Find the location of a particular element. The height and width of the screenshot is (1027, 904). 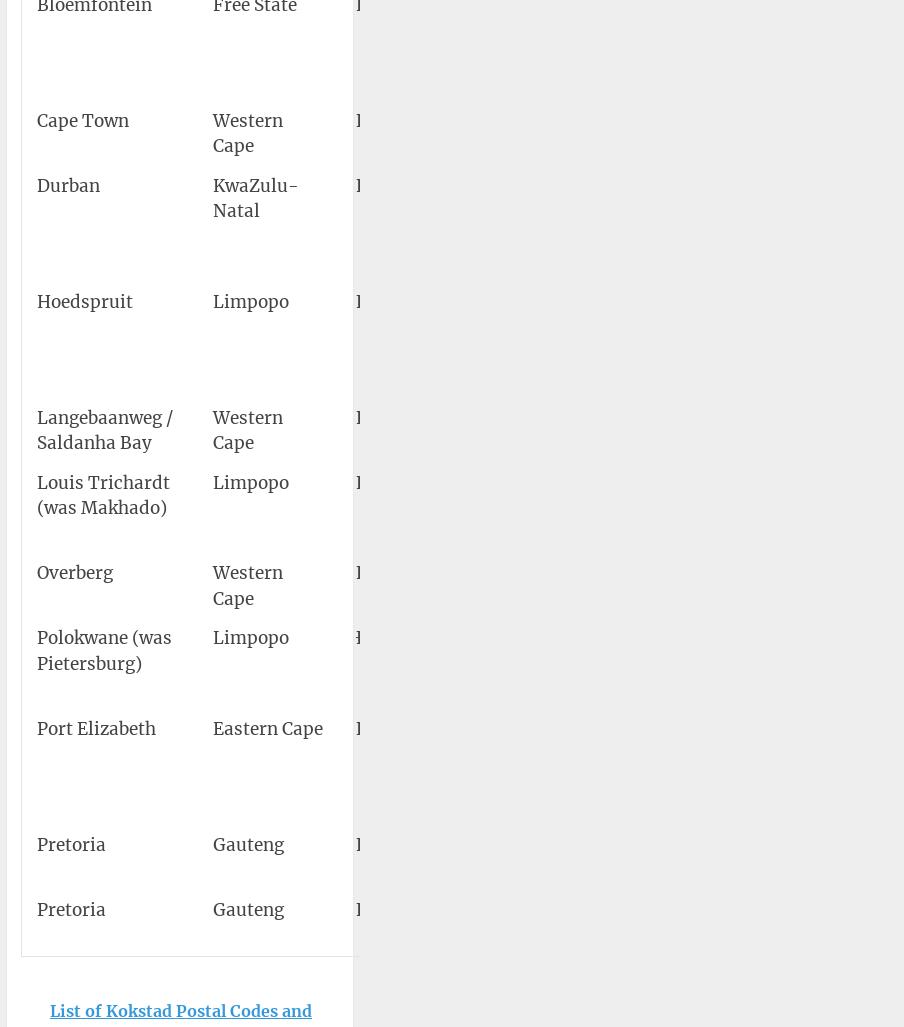

'FAOB' is located at coordinates (378, 572).